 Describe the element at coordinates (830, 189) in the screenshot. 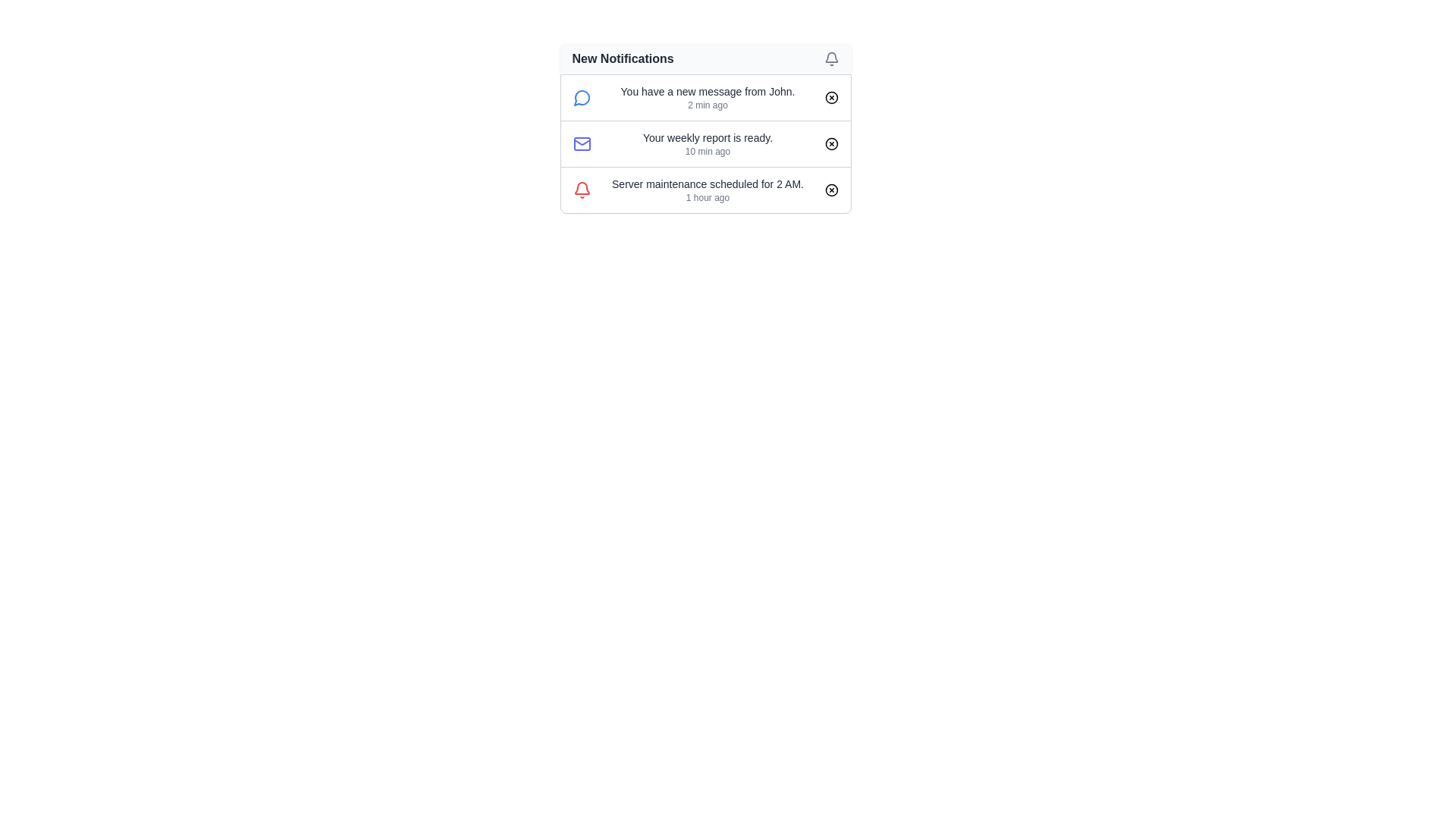

I see `the SVG circle that signifies the close button for the third notification item, which relates to 'Server maintenance scheduled for 2 AM'` at that location.